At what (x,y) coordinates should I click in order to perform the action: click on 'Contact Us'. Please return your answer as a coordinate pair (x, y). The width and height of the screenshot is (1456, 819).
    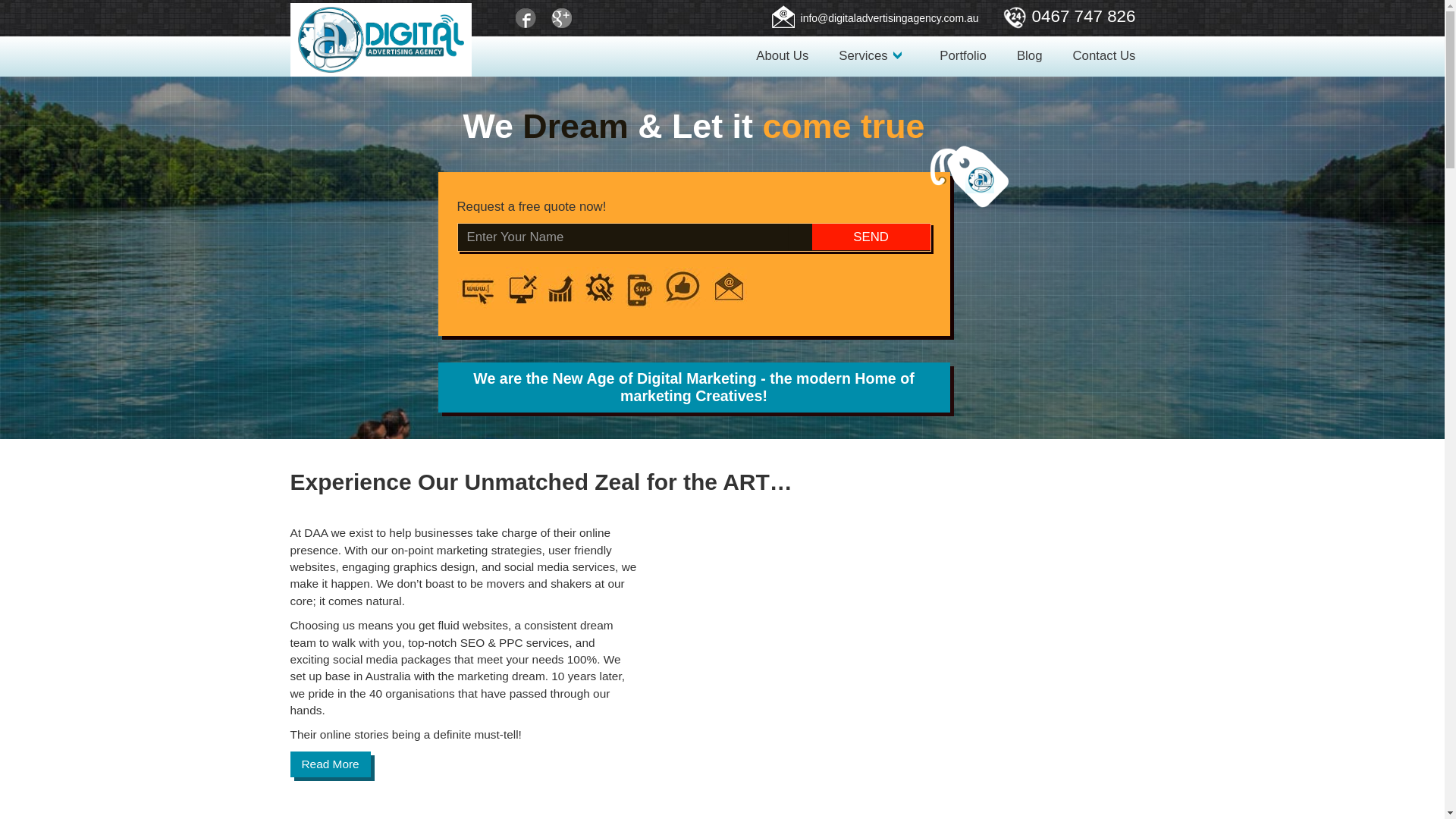
    Looking at the image, I should click on (1059, 55).